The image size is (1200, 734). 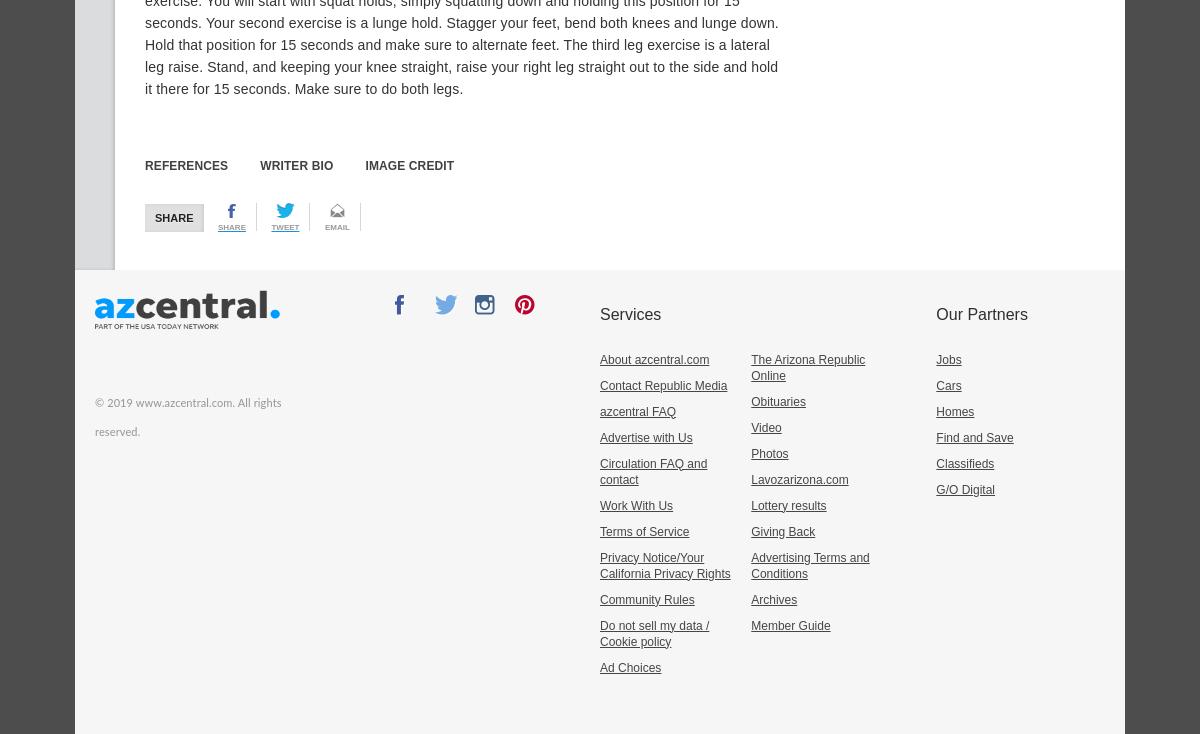 I want to click on 'Work With Us', so click(x=636, y=503).